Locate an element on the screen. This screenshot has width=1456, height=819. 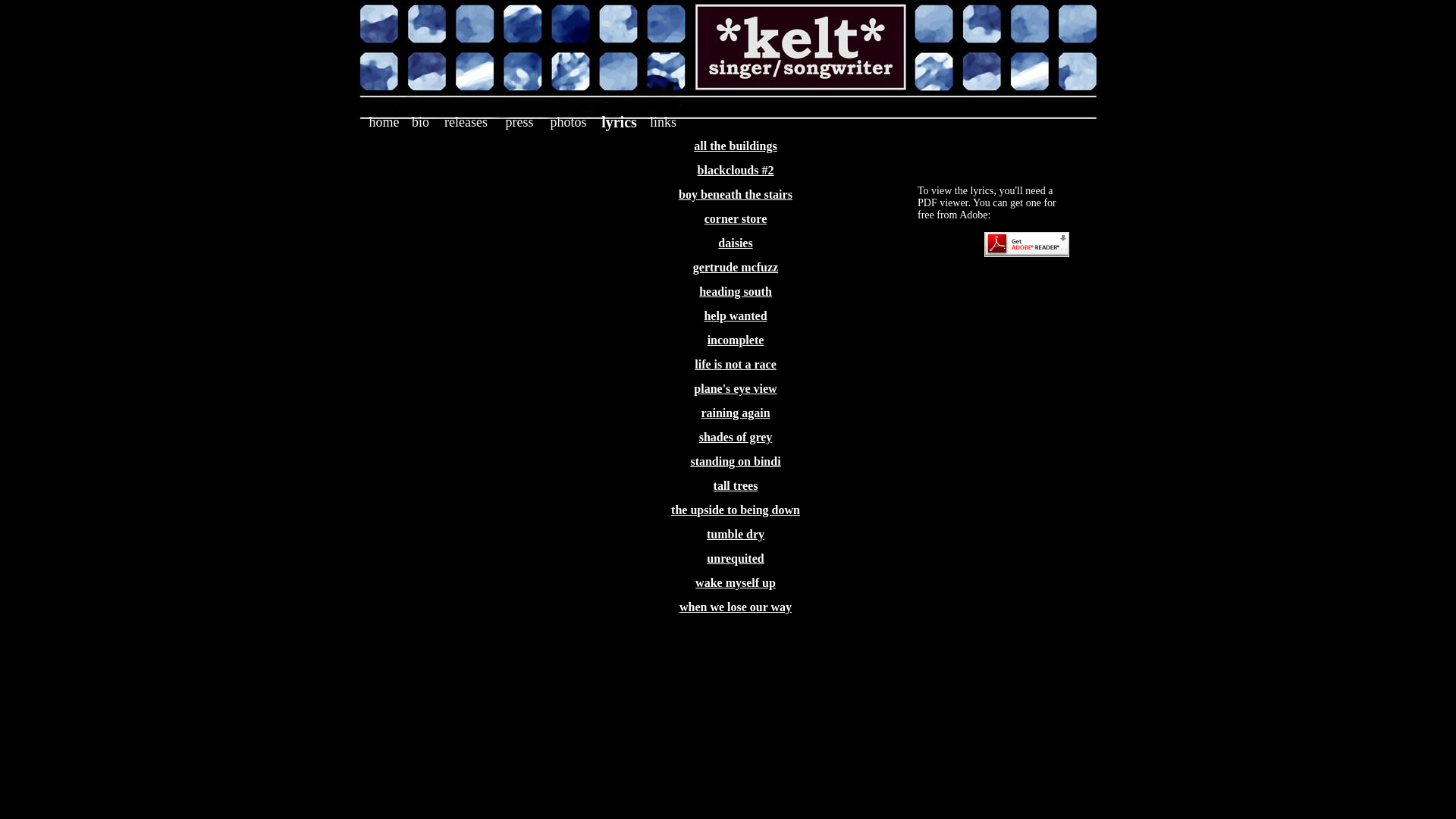
'all the buildings' is located at coordinates (735, 146).